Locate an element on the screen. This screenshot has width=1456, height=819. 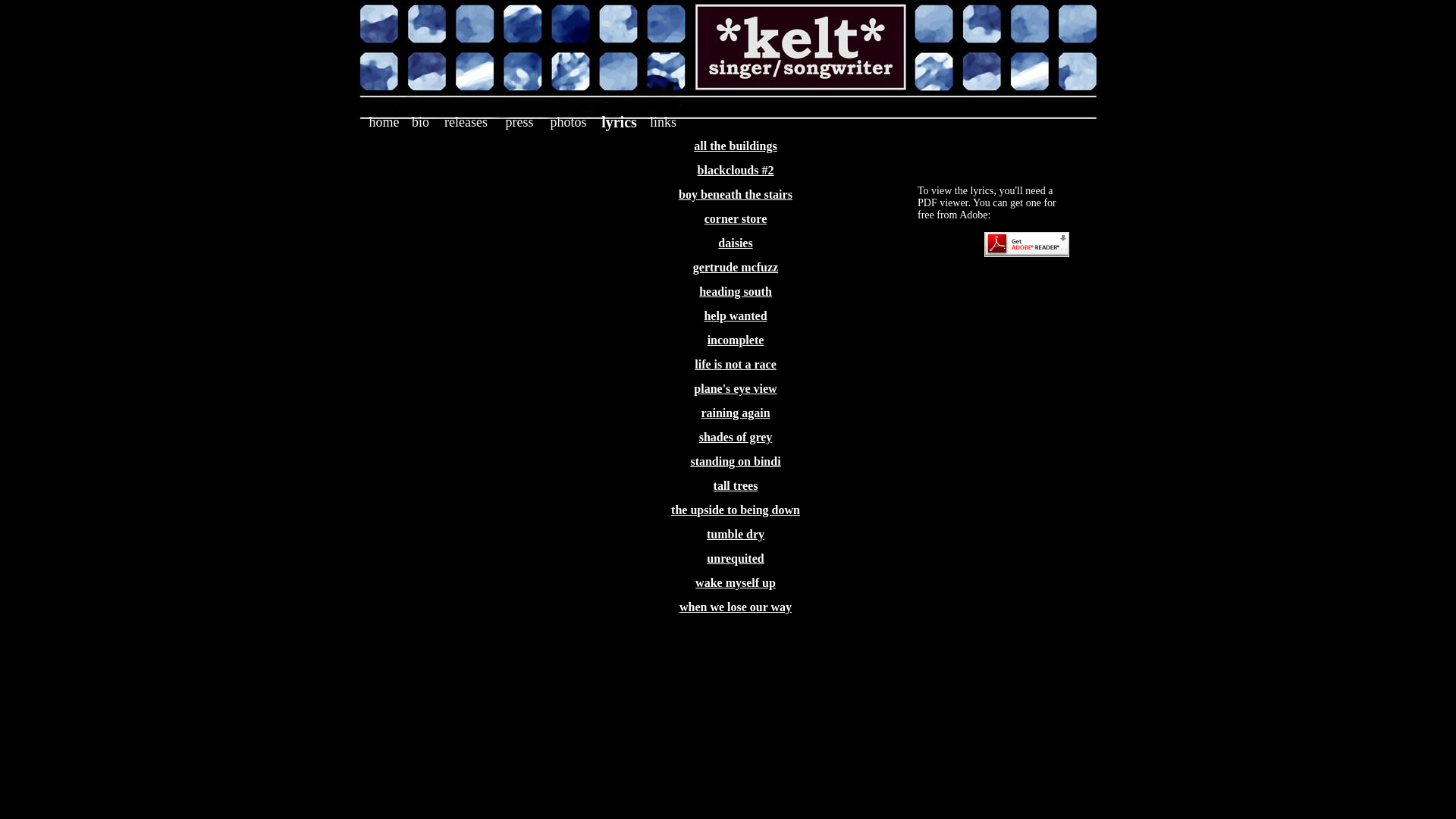
'all the buildings' is located at coordinates (735, 146).